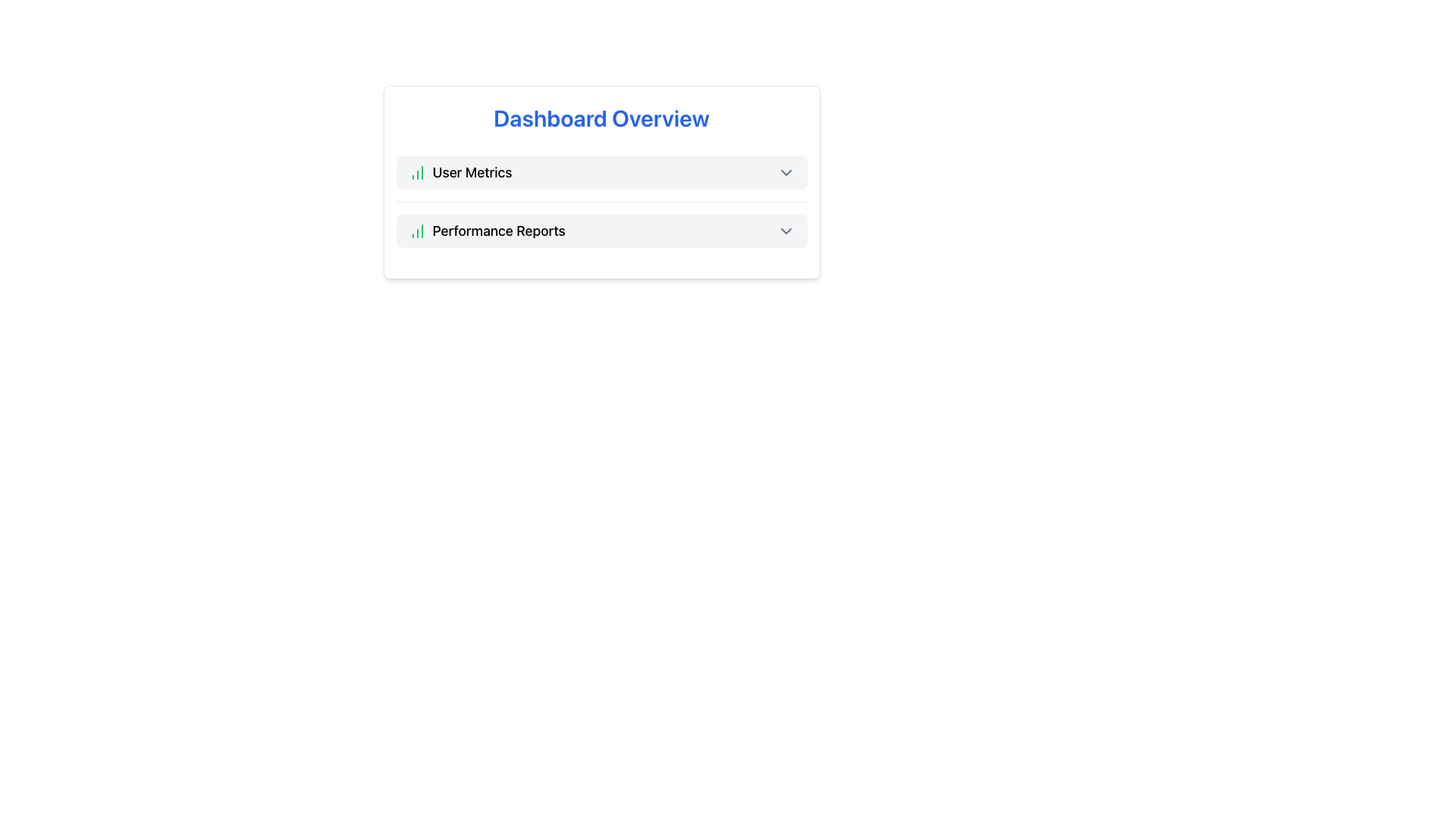 The height and width of the screenshot is (819, 1456). I want to click on the downward-facing gray chevron icon located at the far right of the 'Performance Reports' section, so click(786, 231).